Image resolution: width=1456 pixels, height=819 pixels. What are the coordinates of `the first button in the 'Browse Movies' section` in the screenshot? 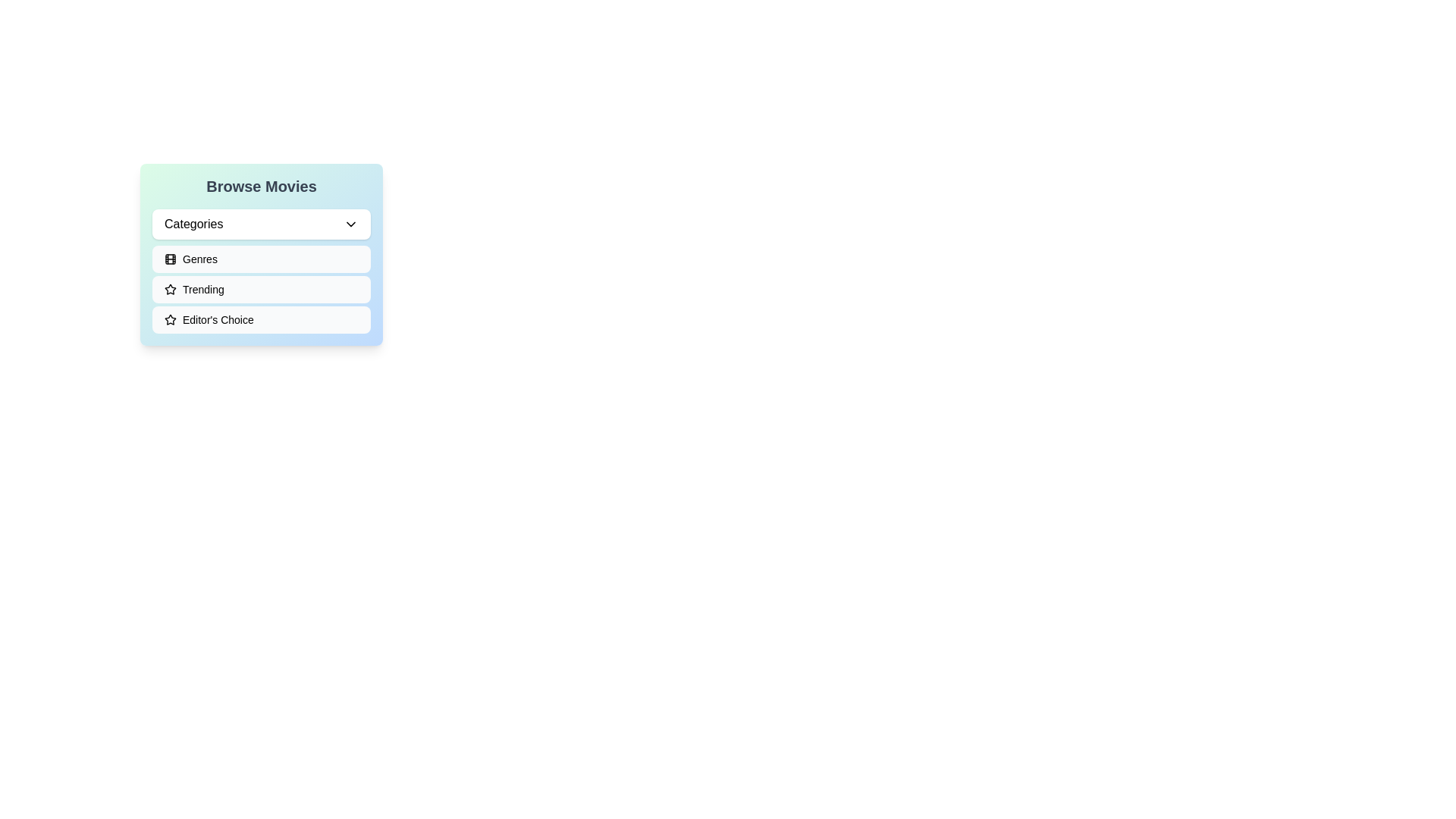 It's located at (262, 259).